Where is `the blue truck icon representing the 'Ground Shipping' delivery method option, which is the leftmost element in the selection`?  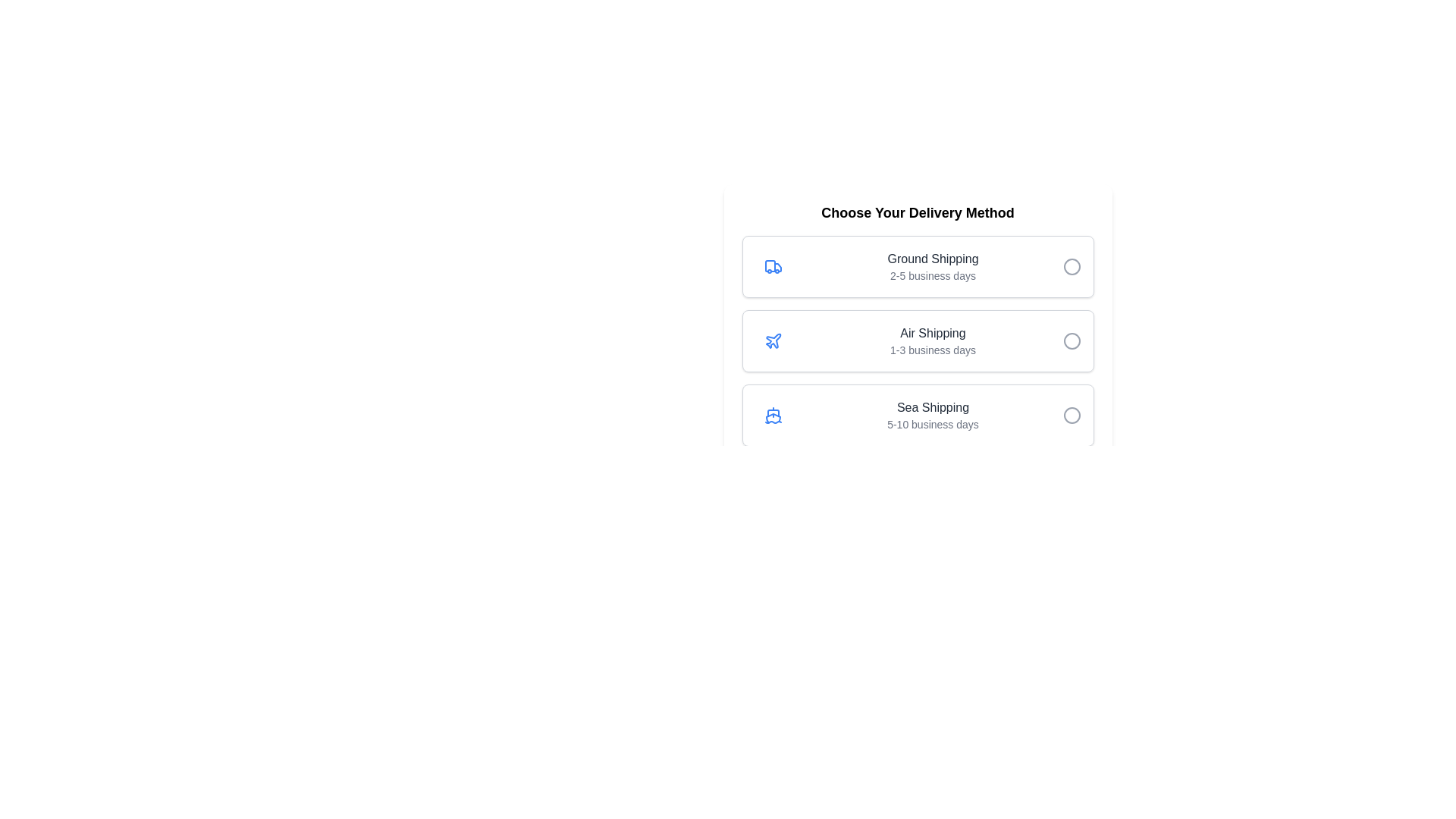
the blue truck icon representing the 'Ground Shipping' delivery method option, which is the leftmost element in the selection is located at coordinates (773, 265).